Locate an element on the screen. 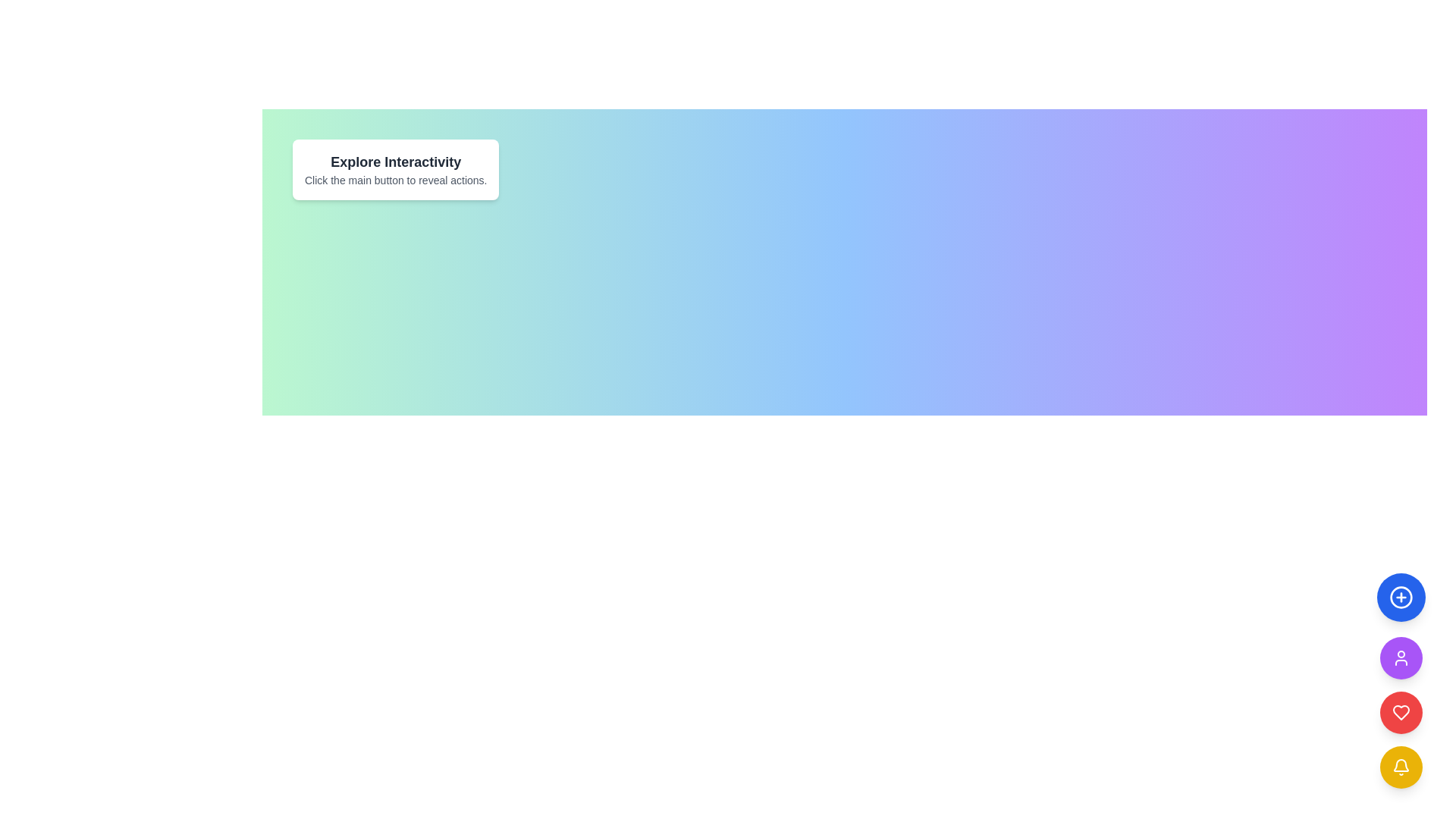 This screenshot has height=819, width=1456. the heart icon button is located at coordinates (1401, 713).